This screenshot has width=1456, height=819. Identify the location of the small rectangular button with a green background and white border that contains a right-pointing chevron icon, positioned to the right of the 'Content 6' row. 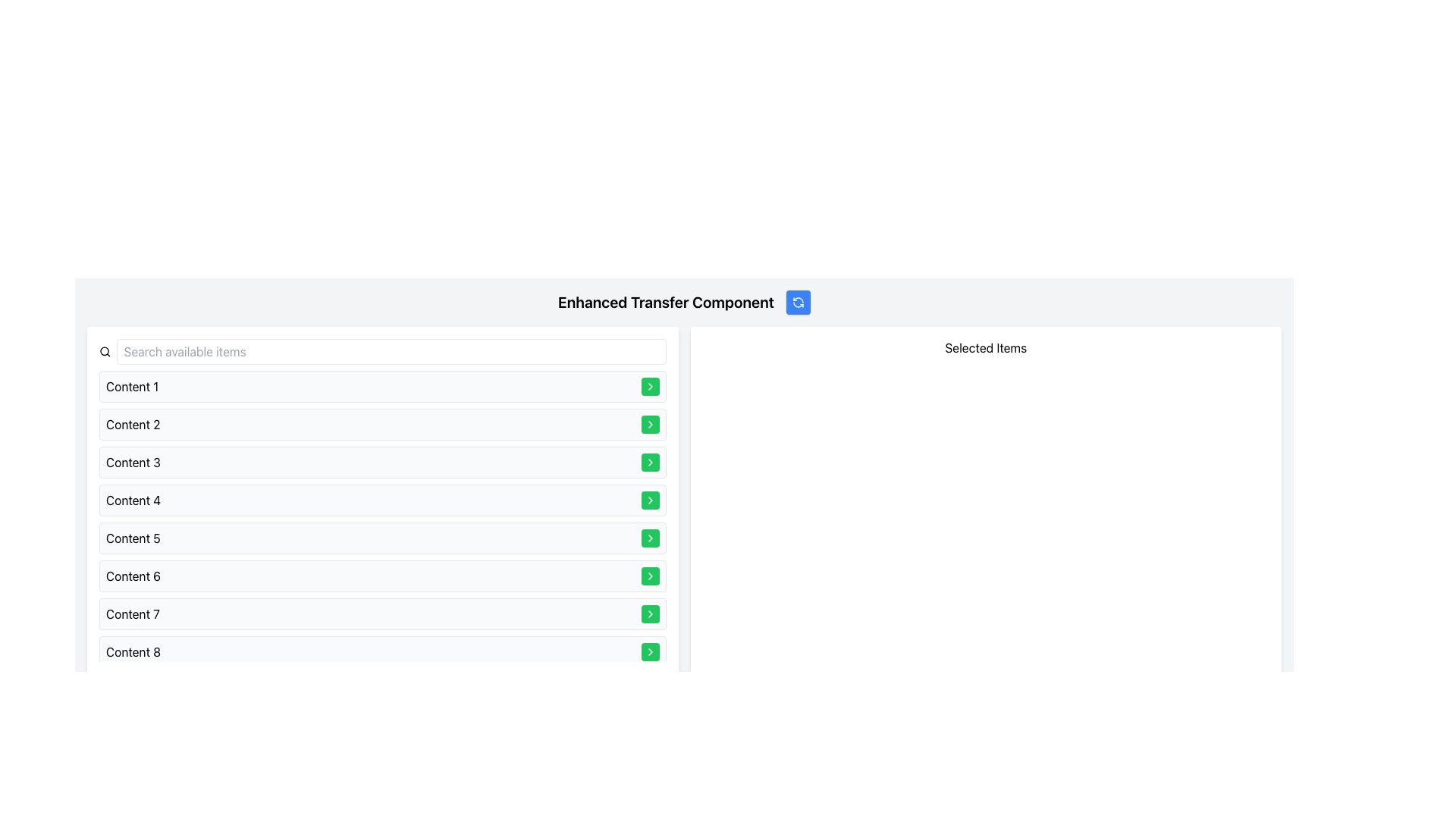
(650, 576).